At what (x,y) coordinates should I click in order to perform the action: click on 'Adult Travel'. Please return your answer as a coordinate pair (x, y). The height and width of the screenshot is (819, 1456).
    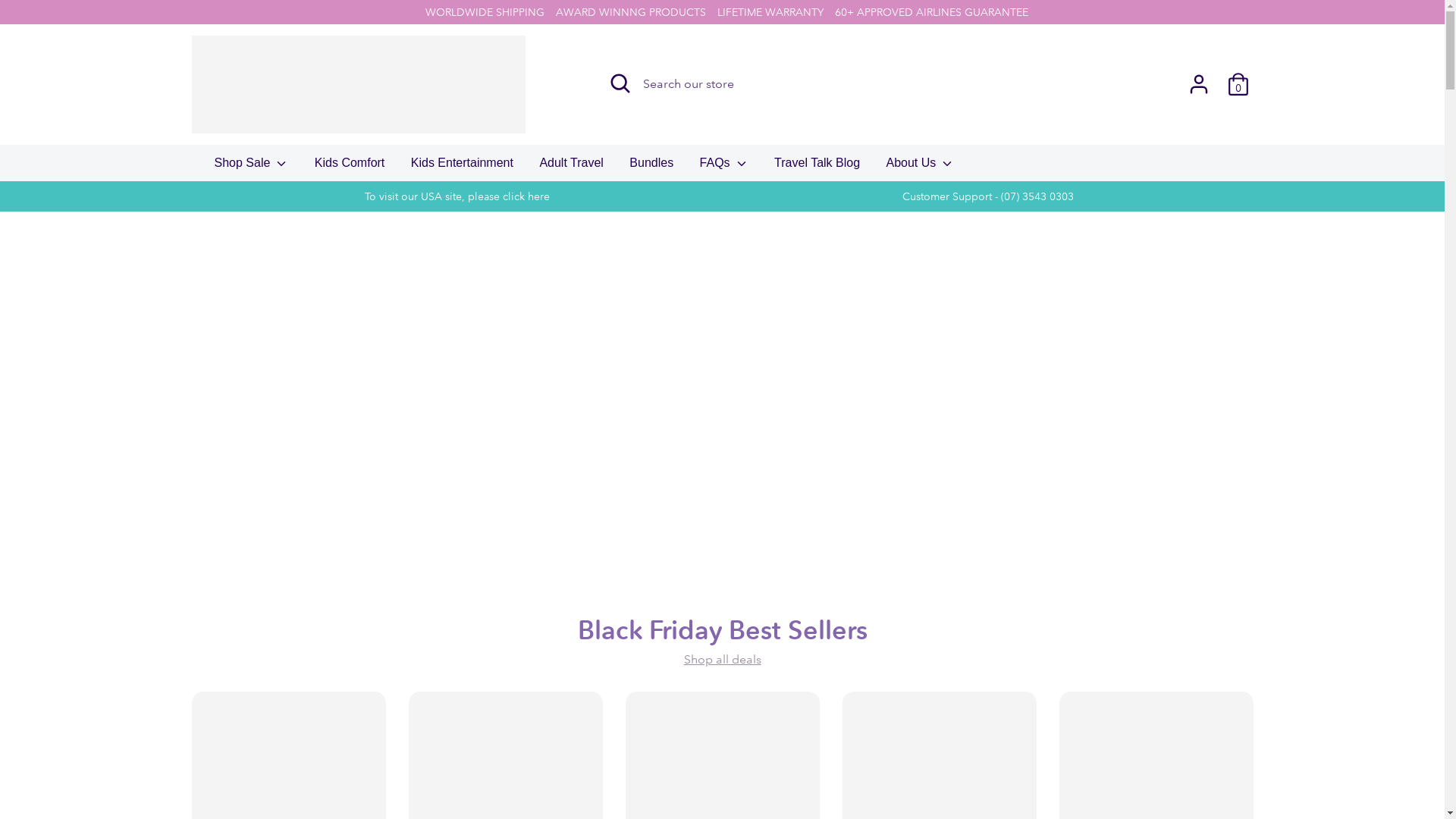
    Looking at the image, I should click on (528, 167).